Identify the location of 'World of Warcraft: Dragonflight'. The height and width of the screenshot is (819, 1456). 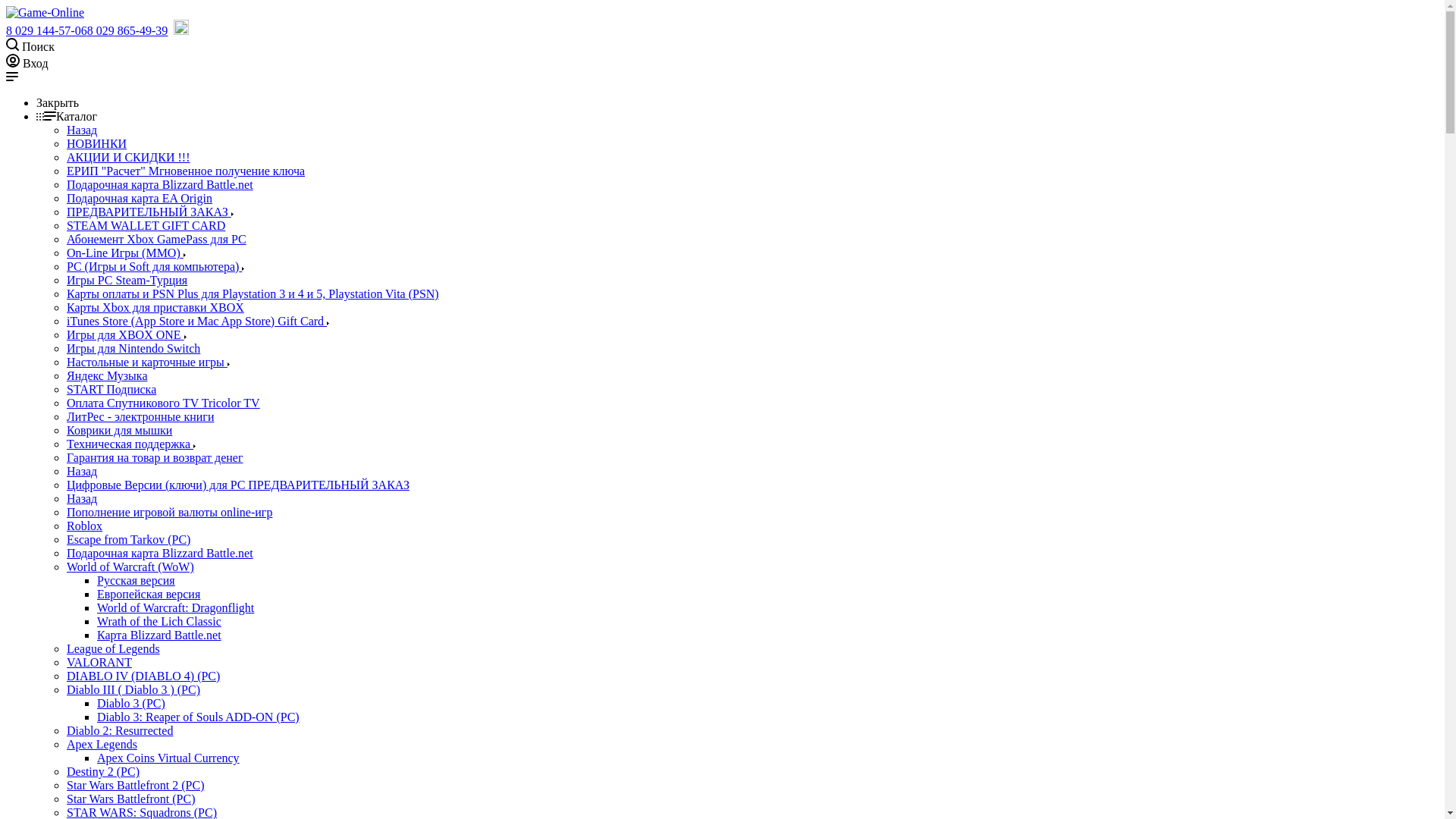
(175, 607).